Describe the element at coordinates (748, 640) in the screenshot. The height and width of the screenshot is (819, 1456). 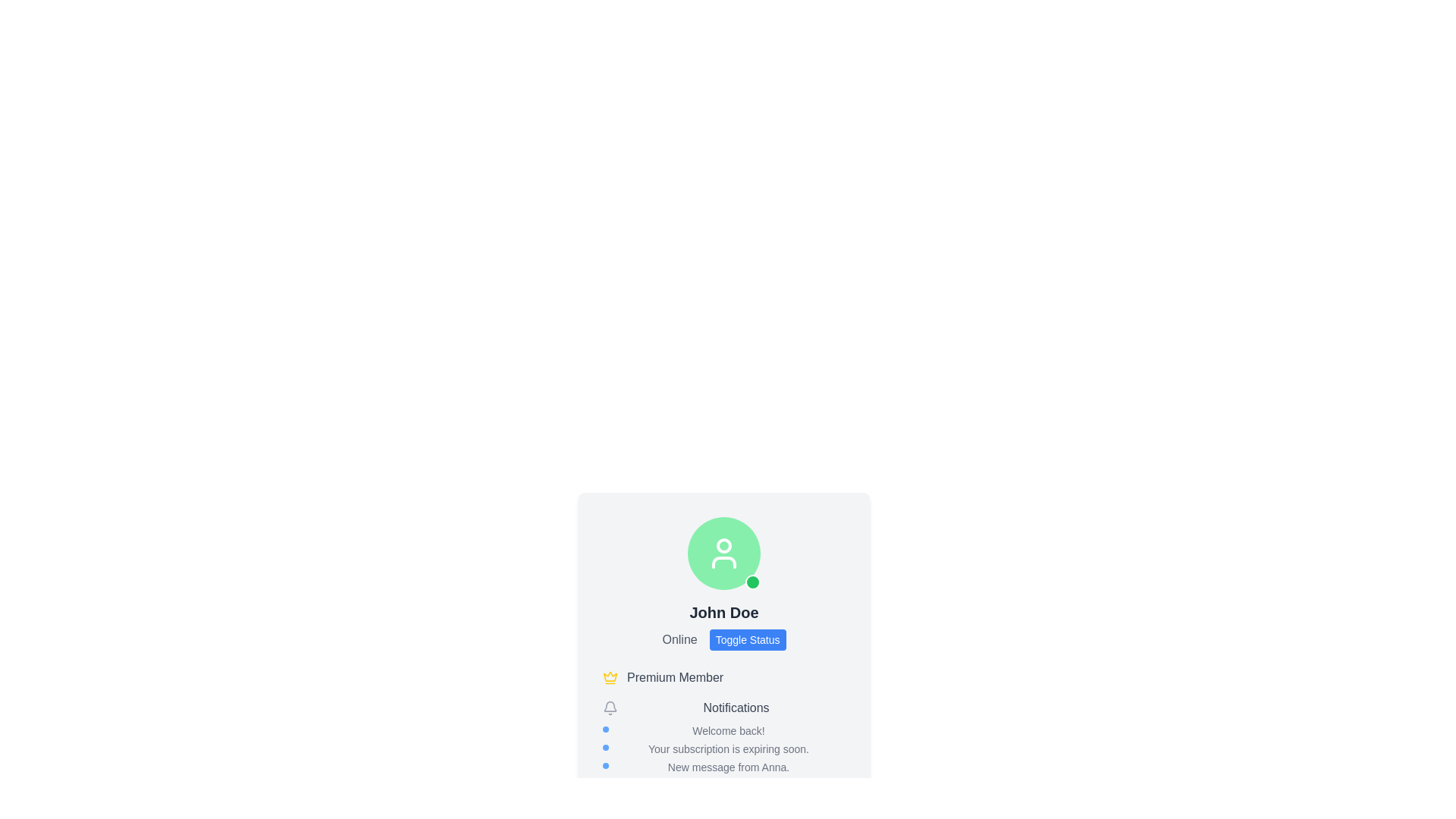
I see `the rectangular button with a blue background and white text reading 'Toggle Status'` at that location.